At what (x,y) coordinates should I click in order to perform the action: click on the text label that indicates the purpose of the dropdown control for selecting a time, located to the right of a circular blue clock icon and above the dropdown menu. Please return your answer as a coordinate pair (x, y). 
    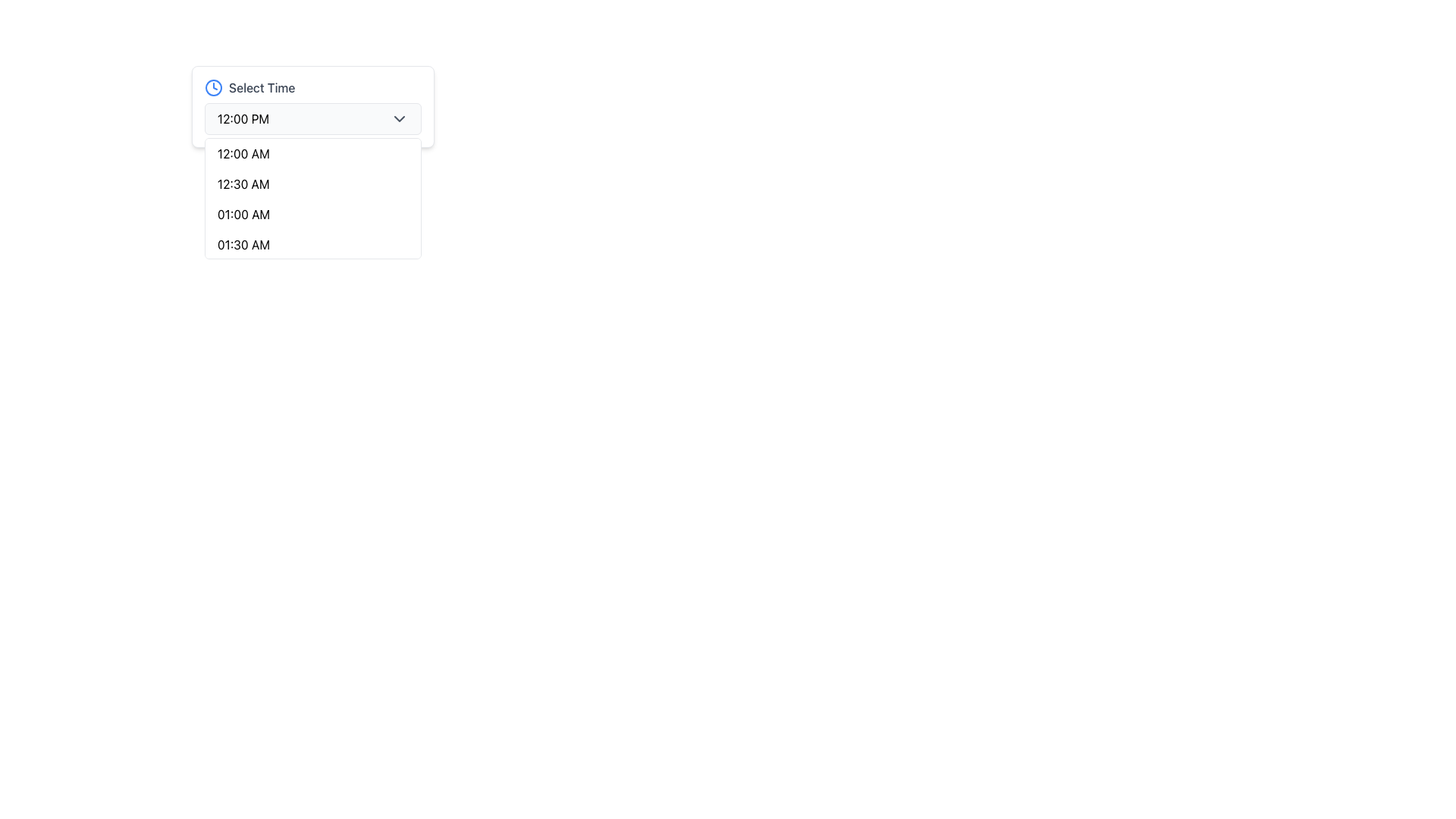
    Looking at the image, I should click on (262, 87).